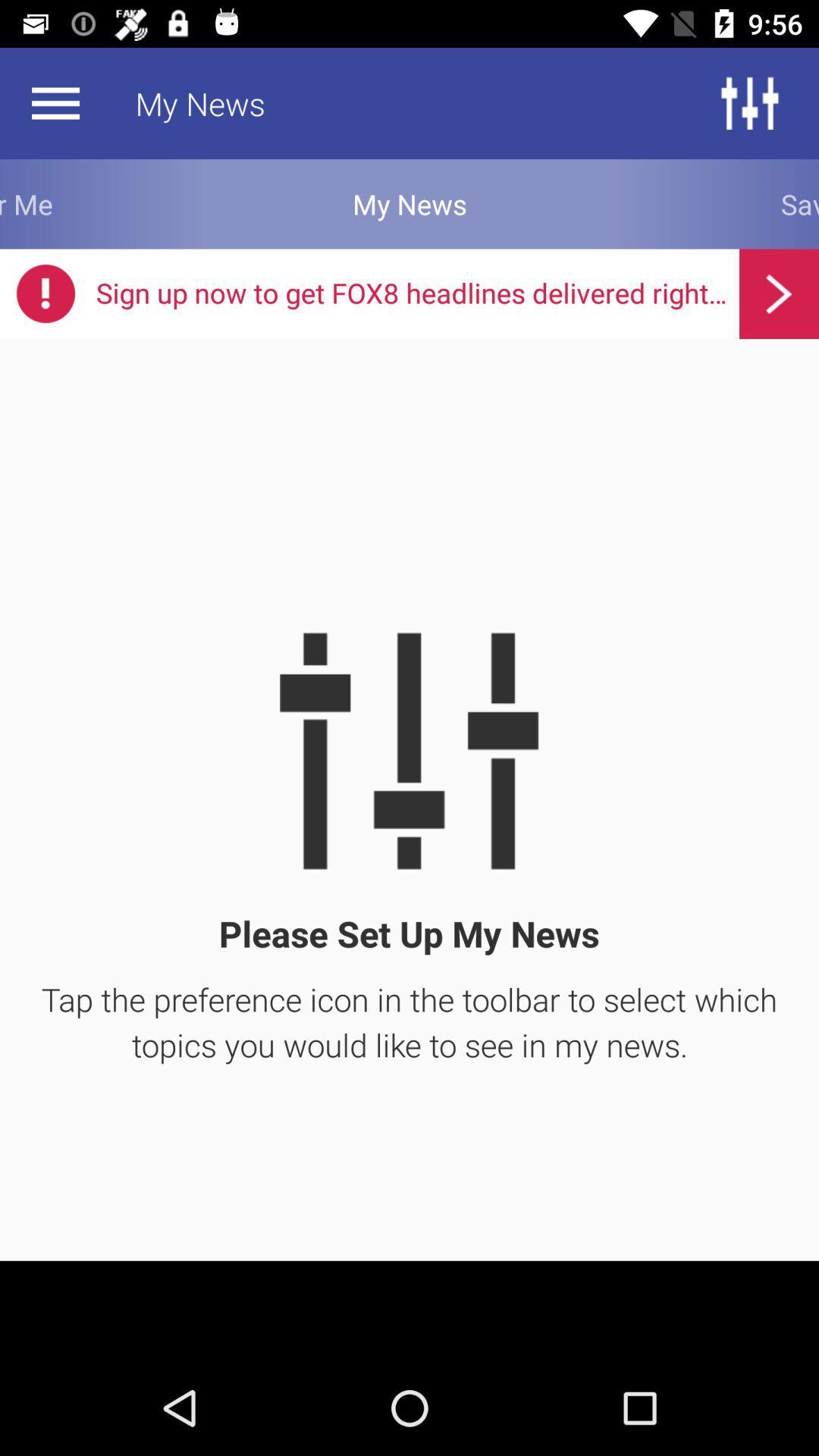 The width and height of the screenshot is (819, 1456). What do you see at coordinates (748, 102) in the screenshot?
I see `the sliders icon` at bounding box center [748, 102].